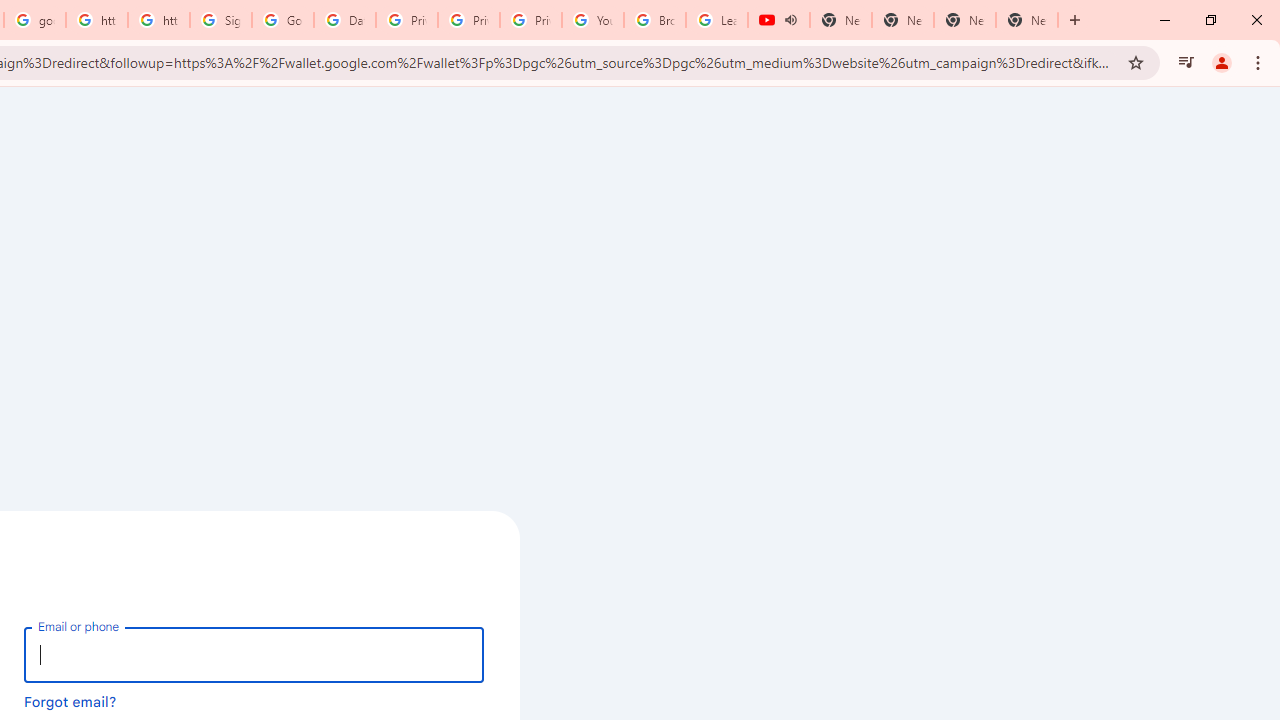  Describe the element at coordinates (1027, 20) in the screenshot. I see `'New Tab'` at that location.